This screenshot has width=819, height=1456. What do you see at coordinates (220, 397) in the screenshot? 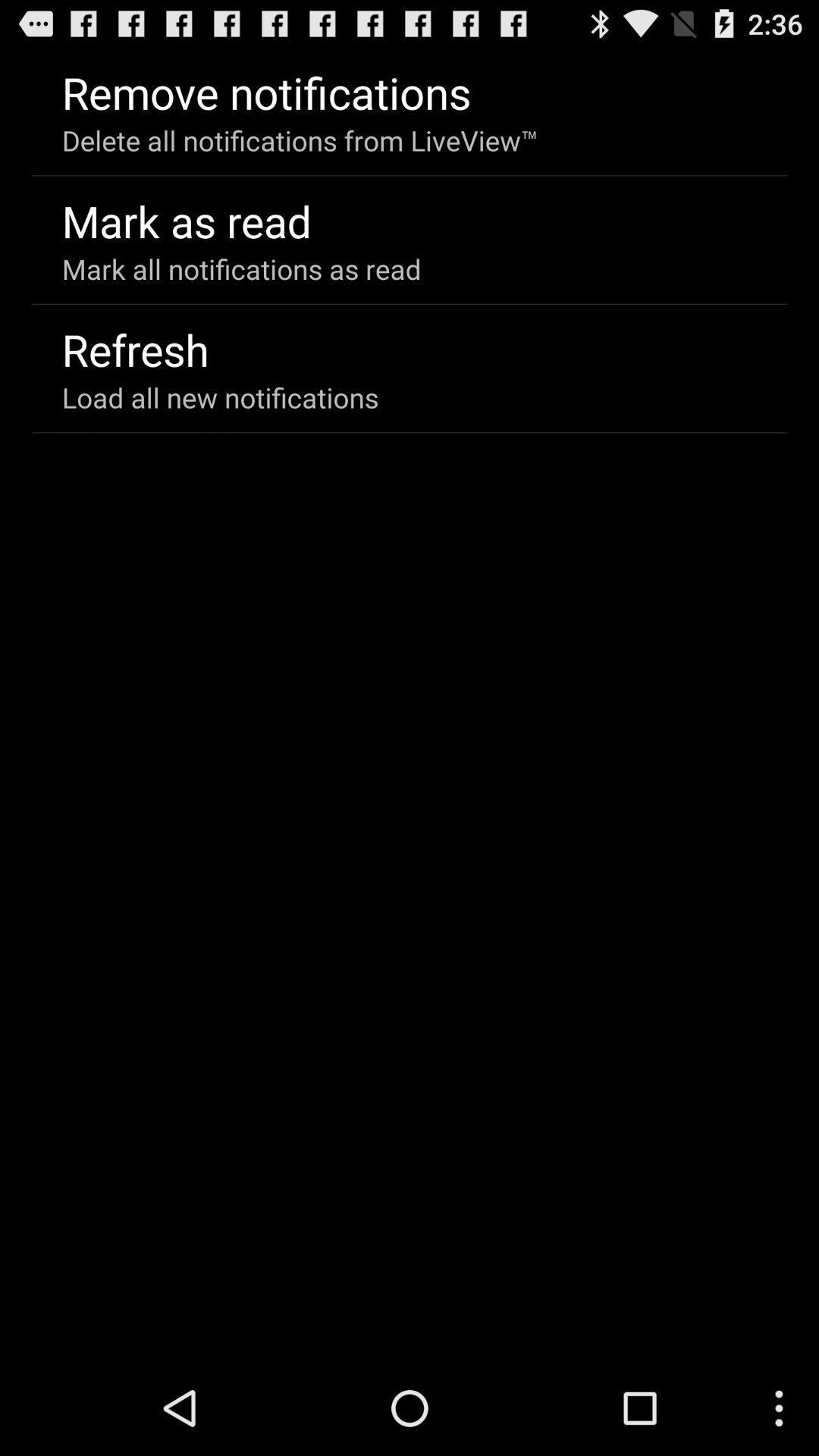
I see `the load all new icon` at bounding box center [220, 397].